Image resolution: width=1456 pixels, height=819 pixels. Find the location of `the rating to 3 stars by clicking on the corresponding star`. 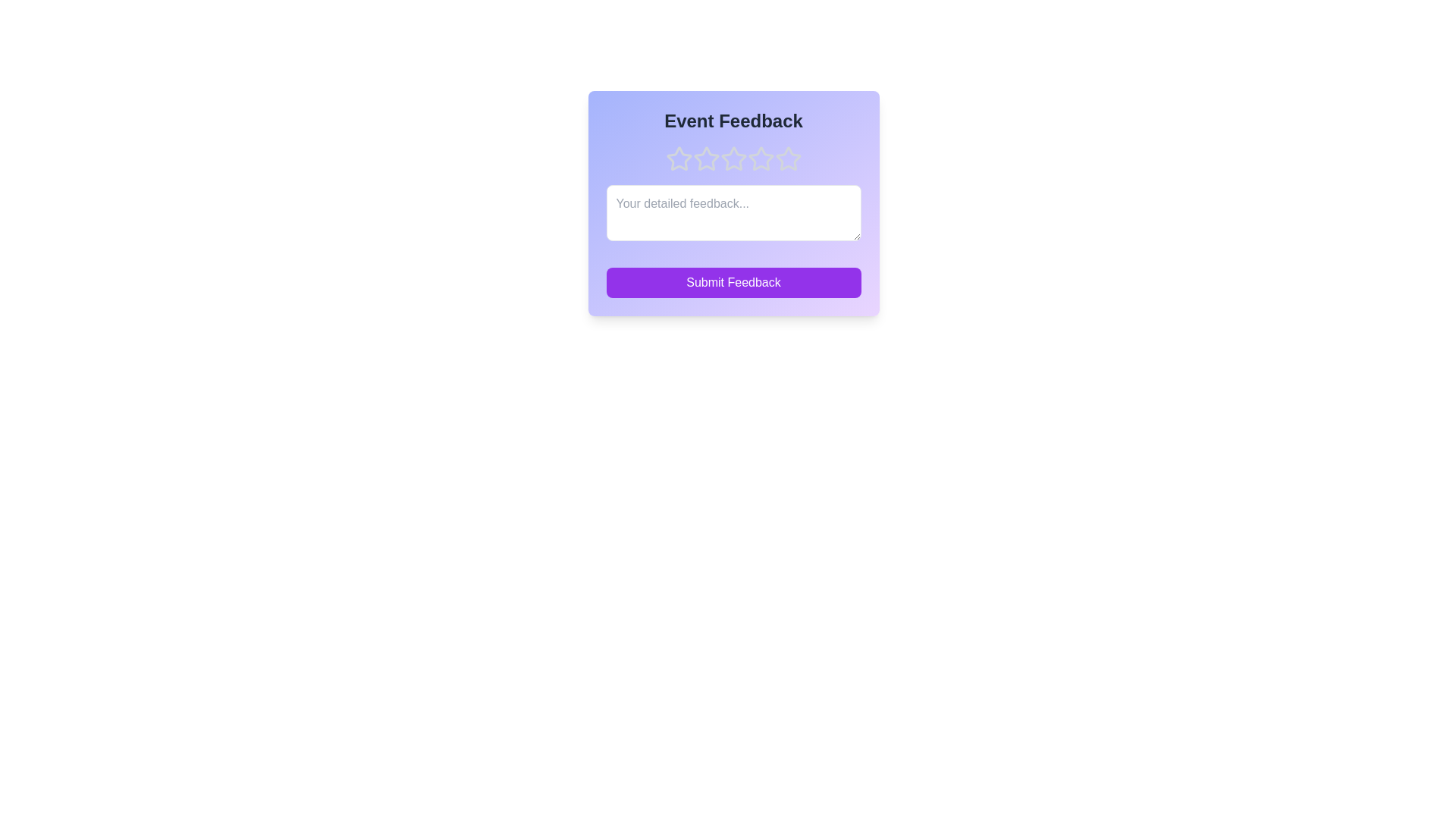

the rating to 3 stars by clicking on the corresponding star is located at coordinates (733, 158).